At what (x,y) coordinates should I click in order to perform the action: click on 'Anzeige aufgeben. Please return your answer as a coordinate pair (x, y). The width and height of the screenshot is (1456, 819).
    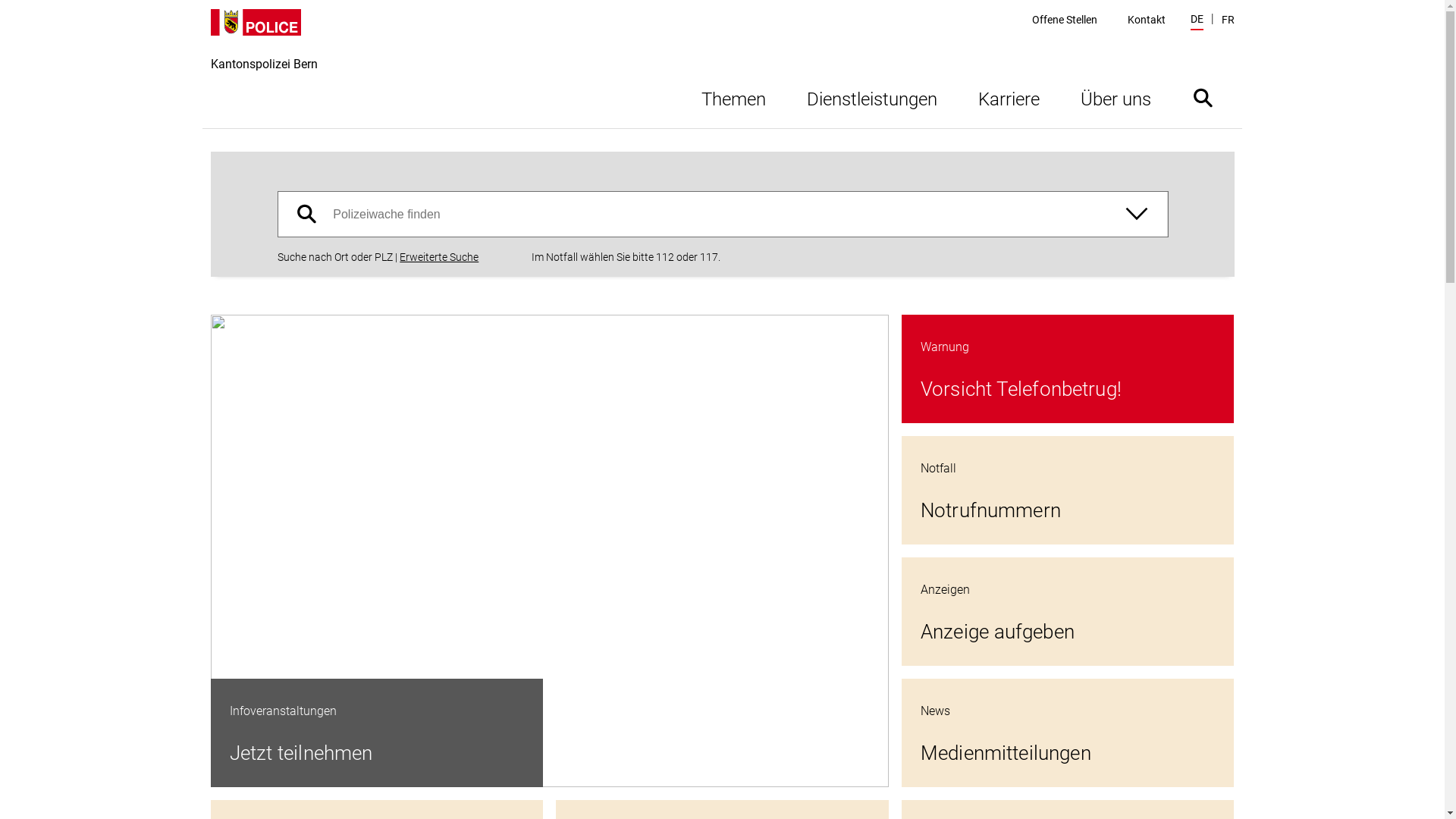
    Looking at the image, I should click on (1067, 610).